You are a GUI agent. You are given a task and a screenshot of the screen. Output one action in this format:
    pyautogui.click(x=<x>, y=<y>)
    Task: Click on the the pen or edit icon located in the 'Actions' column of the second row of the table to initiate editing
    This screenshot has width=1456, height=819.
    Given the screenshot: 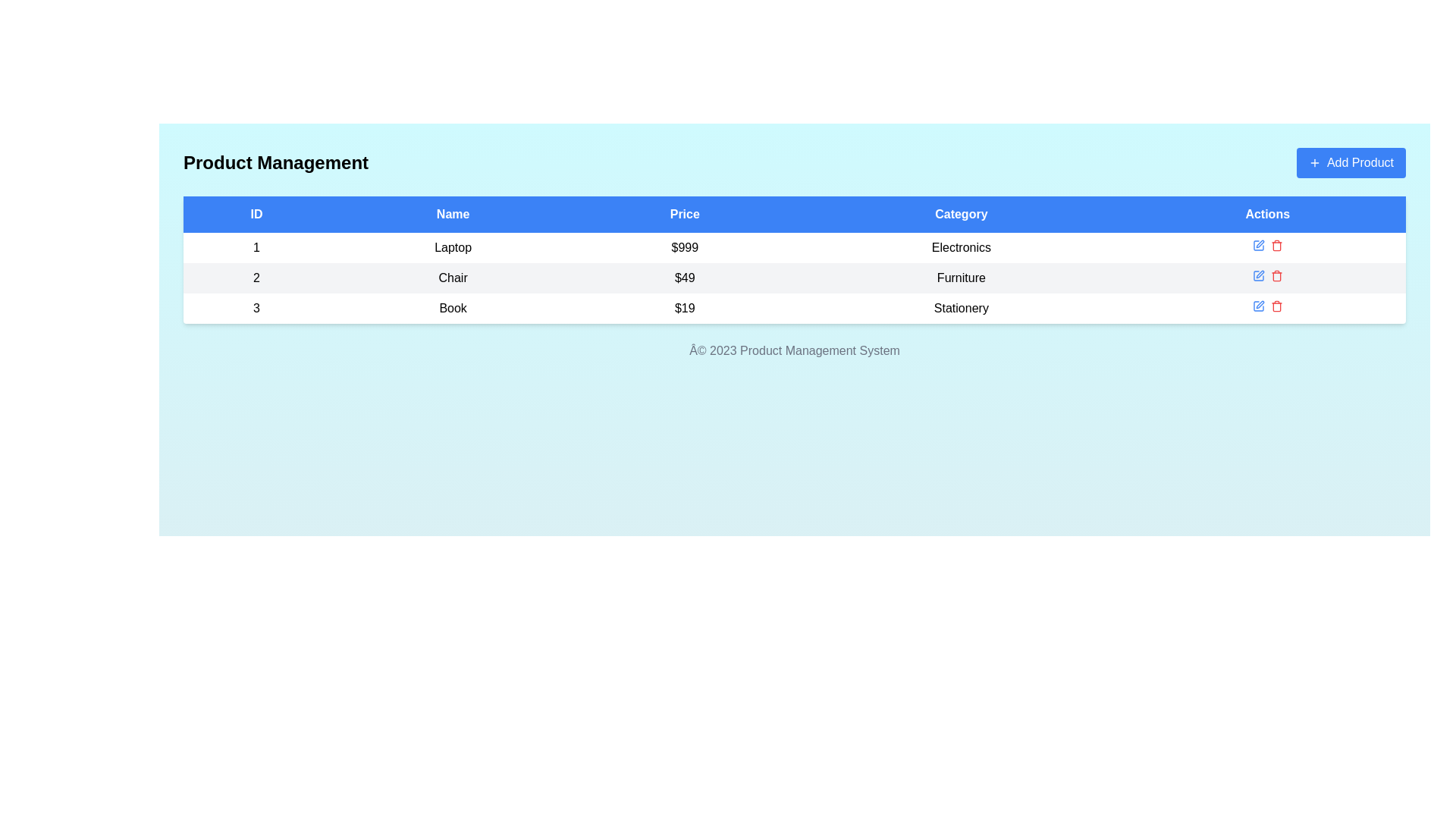 What is the action you would take?
    pyautogui.click(x=1260, y=275)
    